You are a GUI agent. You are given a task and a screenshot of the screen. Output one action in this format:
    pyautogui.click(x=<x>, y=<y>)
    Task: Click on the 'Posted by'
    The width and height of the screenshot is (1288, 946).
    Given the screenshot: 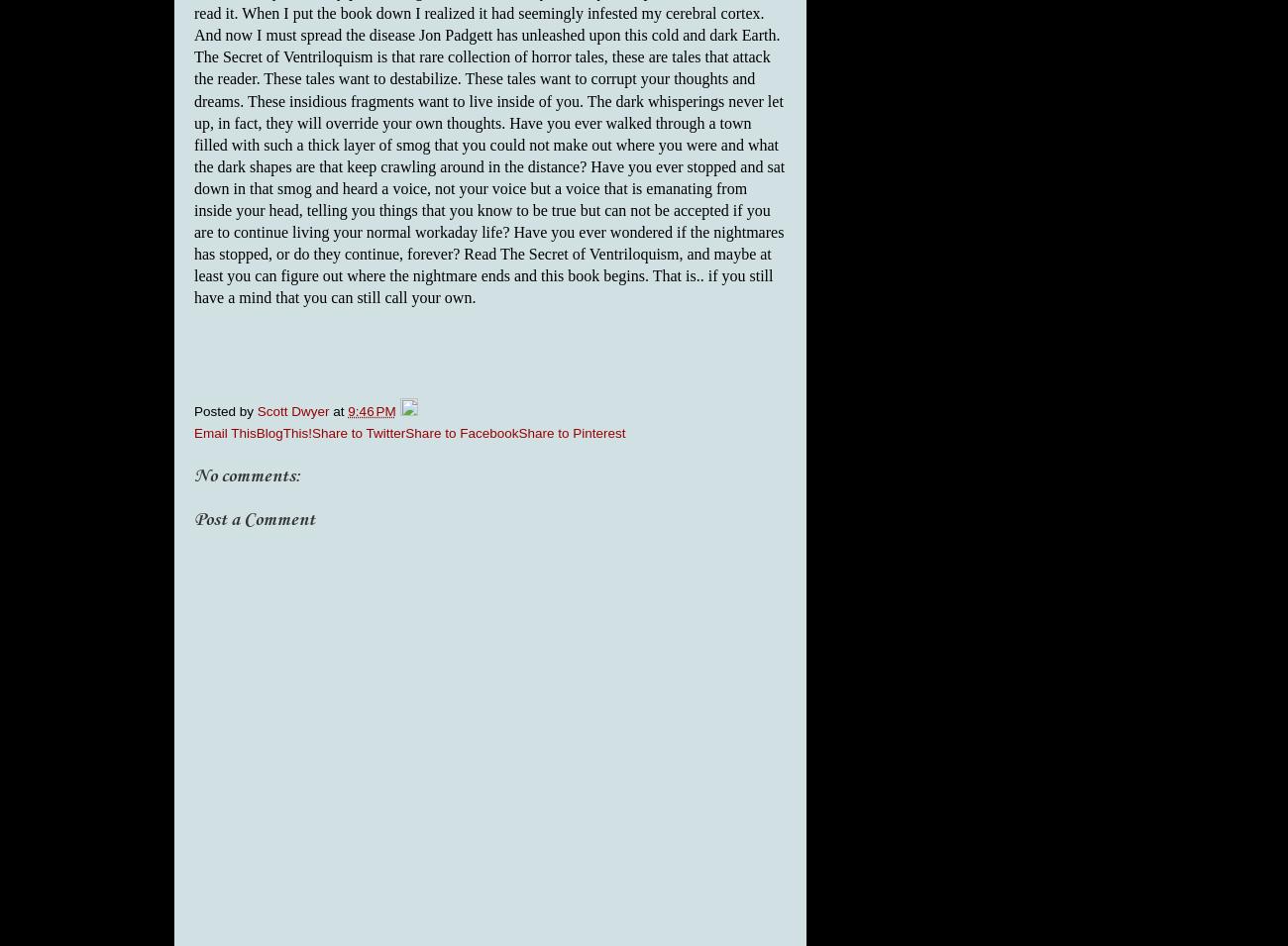 What is the action you would take?
    pyautogui.click(x=194, y=410)
    